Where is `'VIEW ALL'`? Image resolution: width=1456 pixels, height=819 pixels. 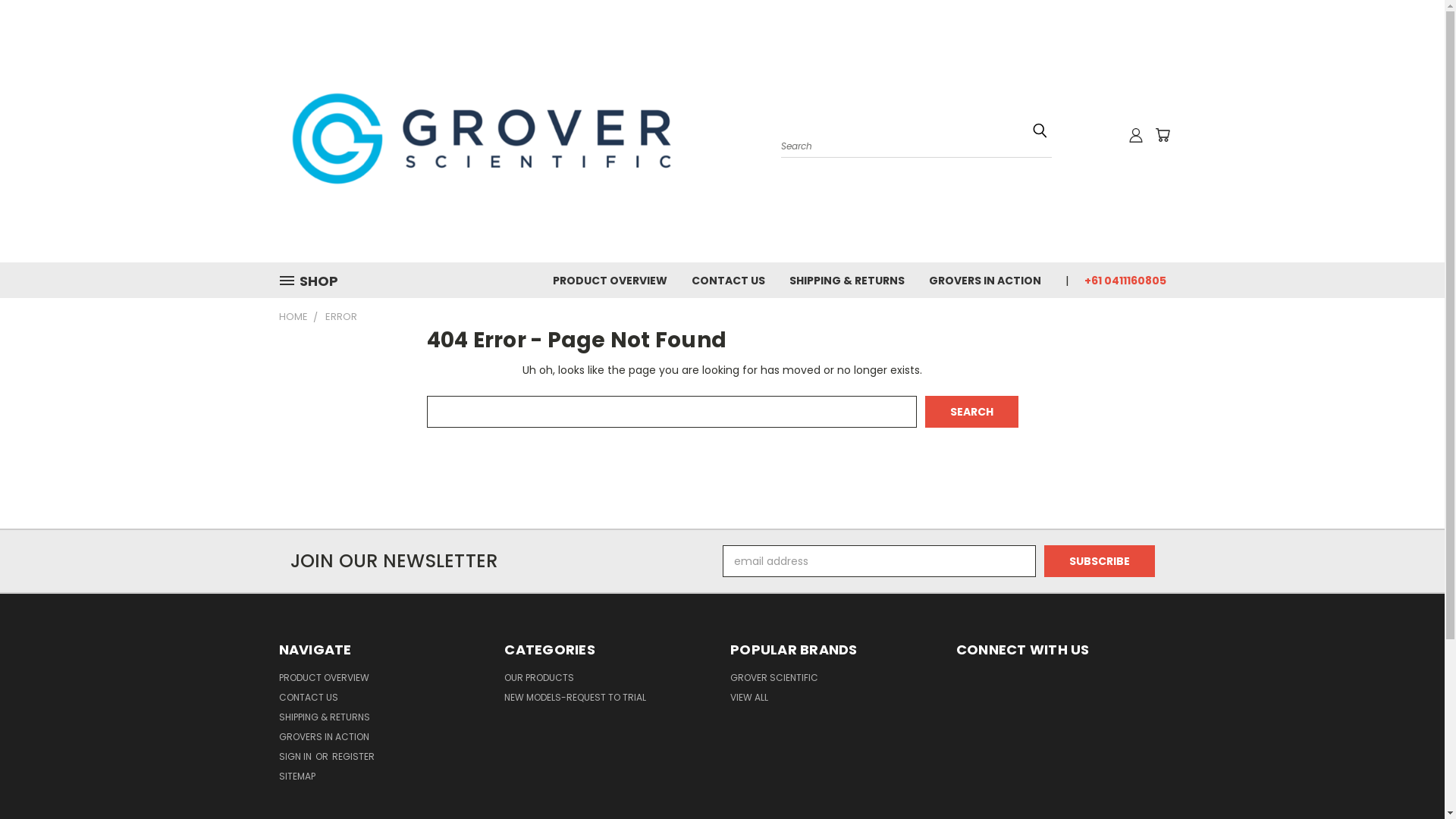 'VIEW ALL' is located at coordinates (749, 700).